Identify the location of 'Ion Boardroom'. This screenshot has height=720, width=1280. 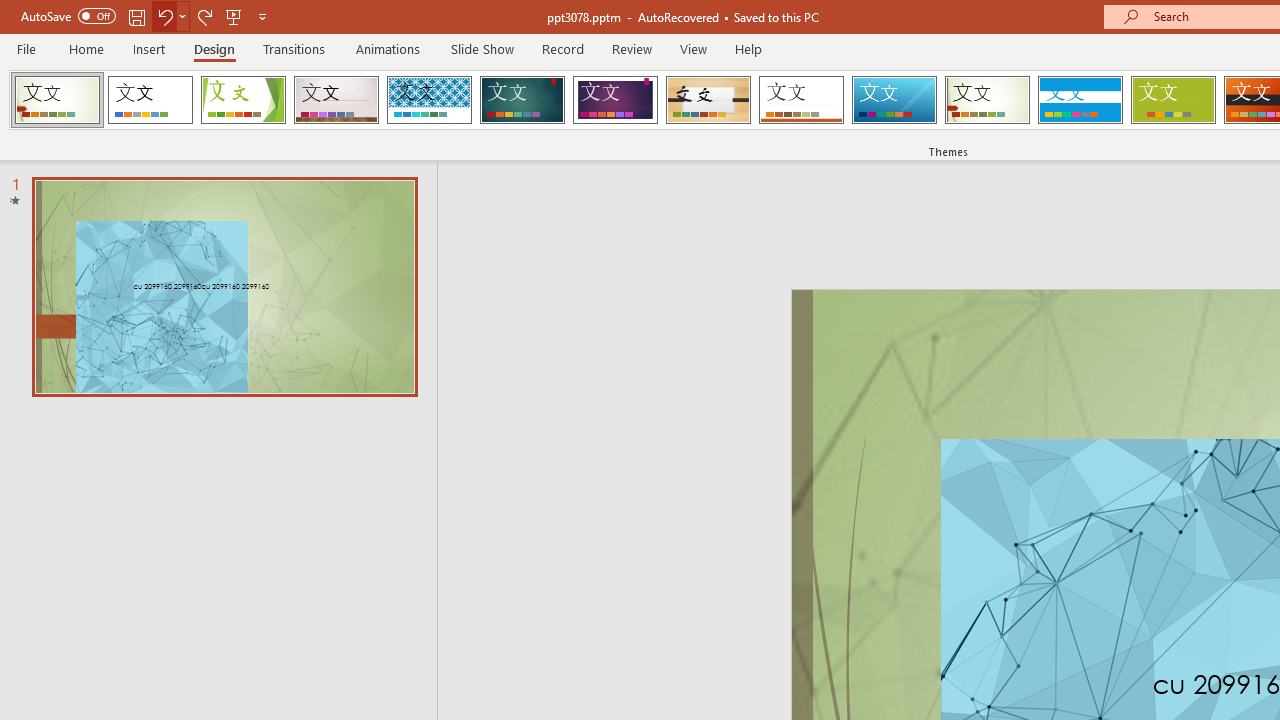
(614, 100).